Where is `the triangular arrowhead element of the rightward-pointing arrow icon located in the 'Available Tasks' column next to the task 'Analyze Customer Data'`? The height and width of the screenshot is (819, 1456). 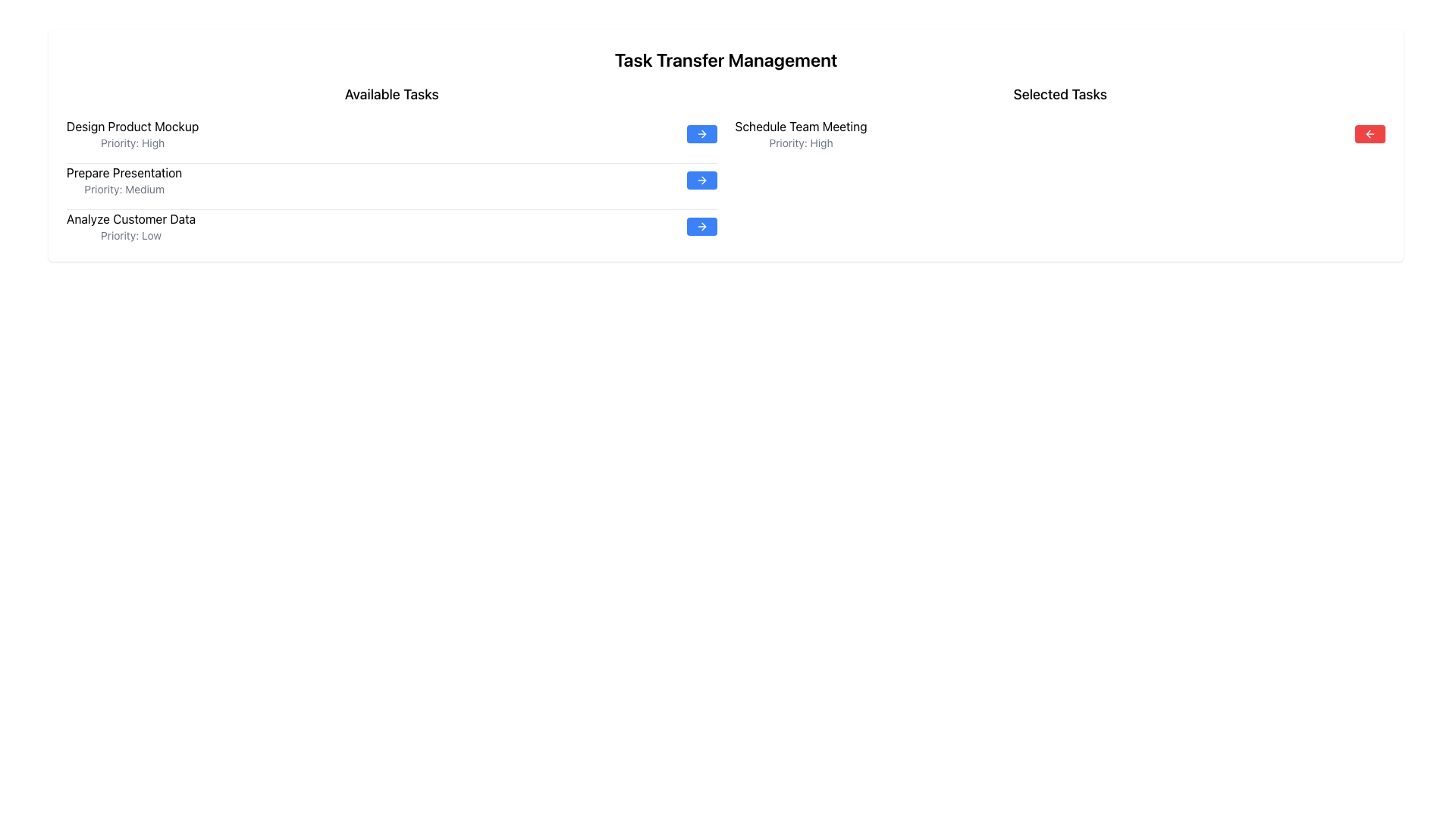
the triangular arrowhead element of the rightward-pointing arrow icon located in the 'Available Tasks' column next to the task 'Analyze Customer Data' is located at coordinates (702, 227).